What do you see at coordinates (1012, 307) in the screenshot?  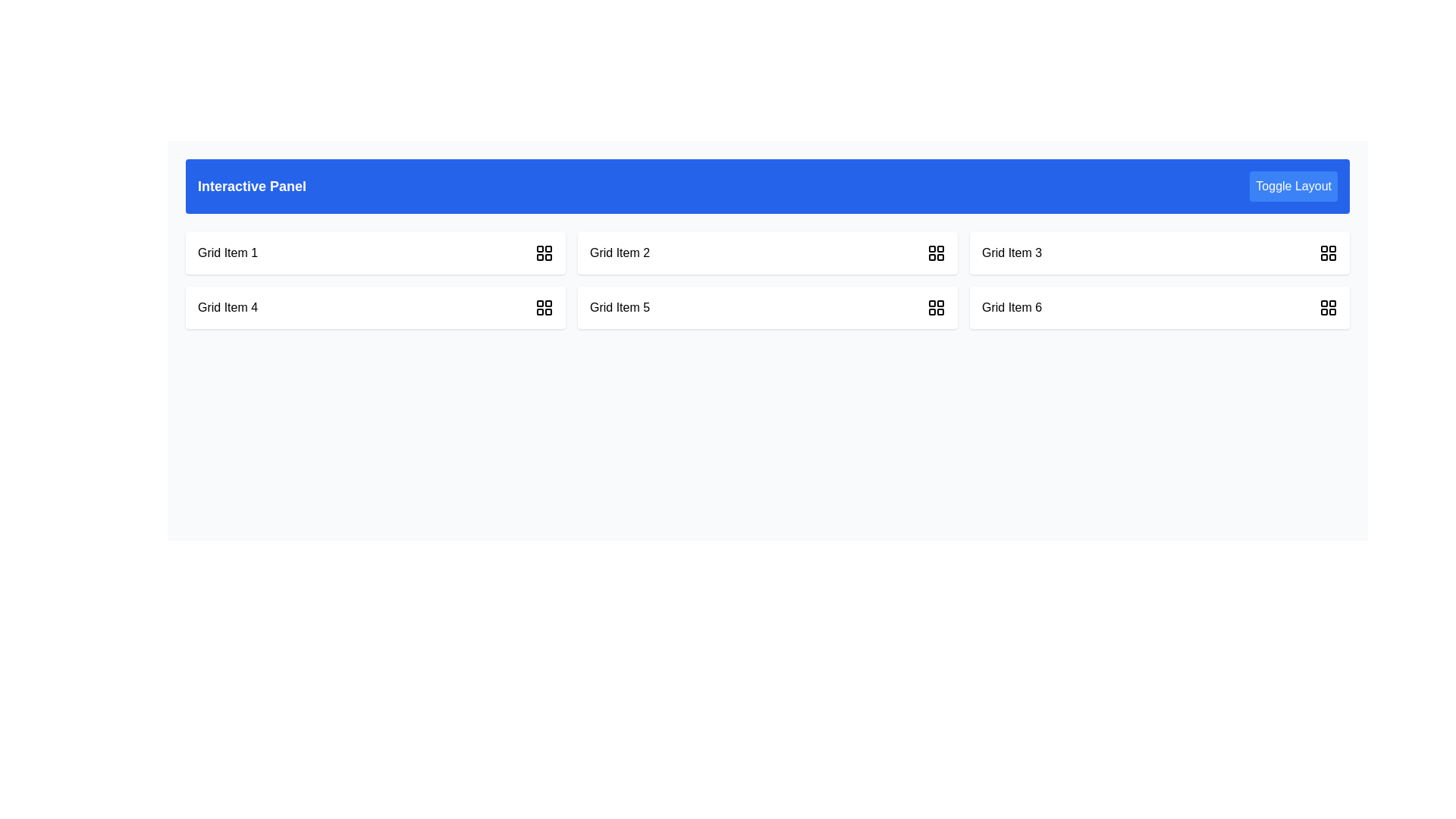 I see `the Label displaying 'Grid Item 6', which is located in the bottom-right cell of a grid layout, specifically in the second row, third column` at bounding box center [1012, 307].